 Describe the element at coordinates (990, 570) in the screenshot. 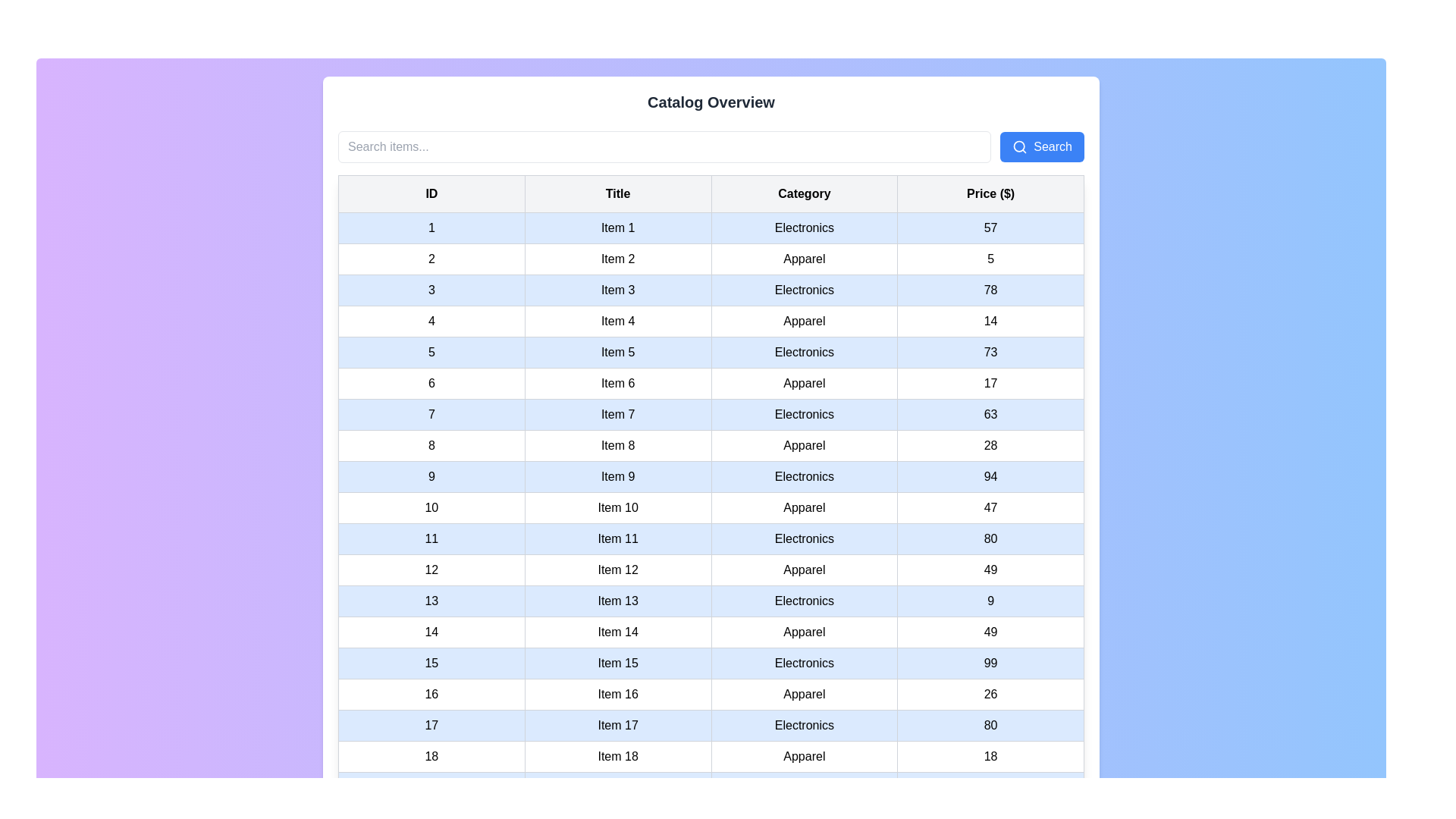

I see `the price label located in row 12, last column under the 'Price ($)' header in the tabular layout` at that location.